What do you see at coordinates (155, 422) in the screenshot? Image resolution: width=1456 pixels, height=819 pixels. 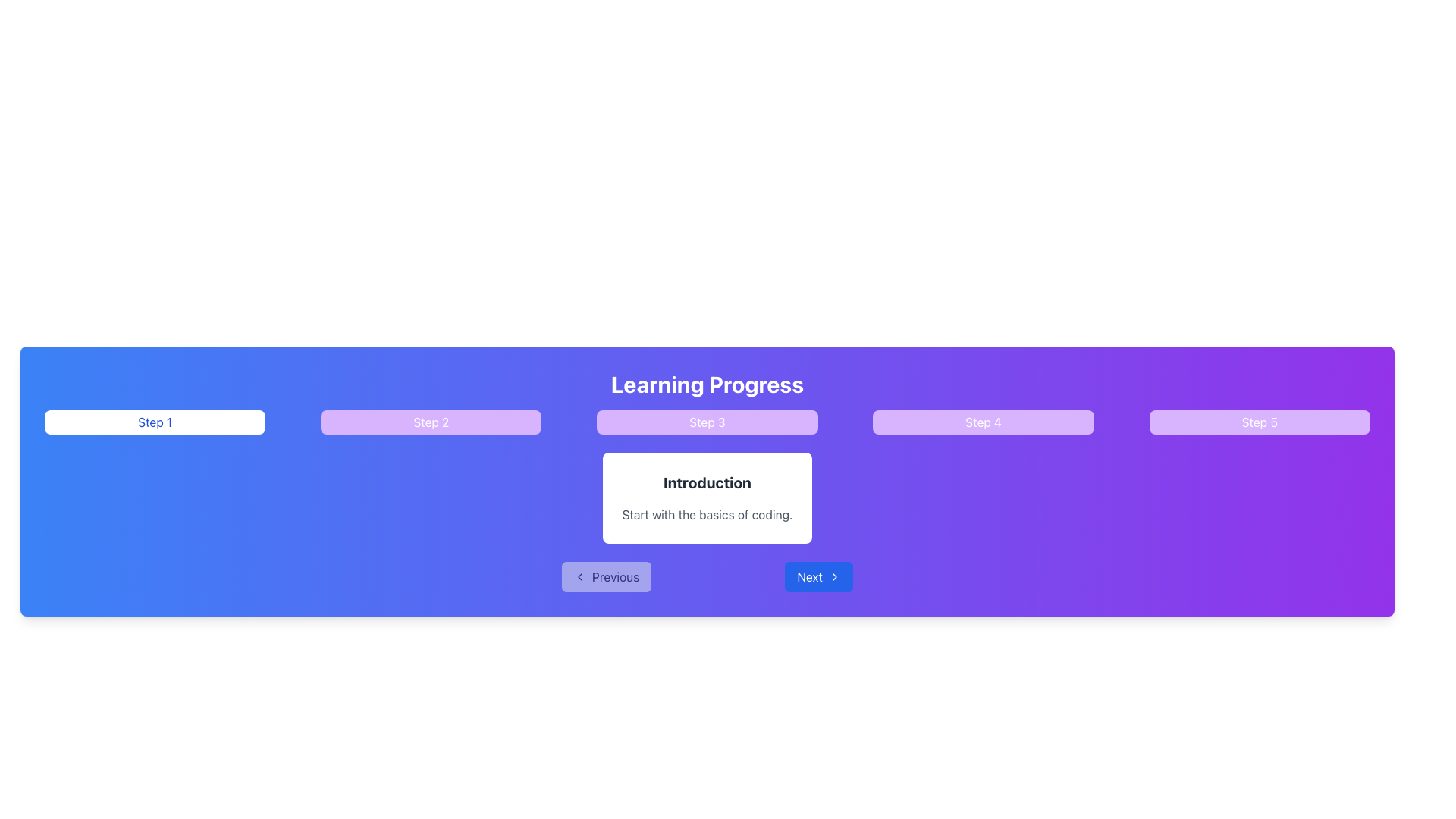 I see `the 'Step 1' indicator button in the multi-step process` at bounding box center [155, 422].